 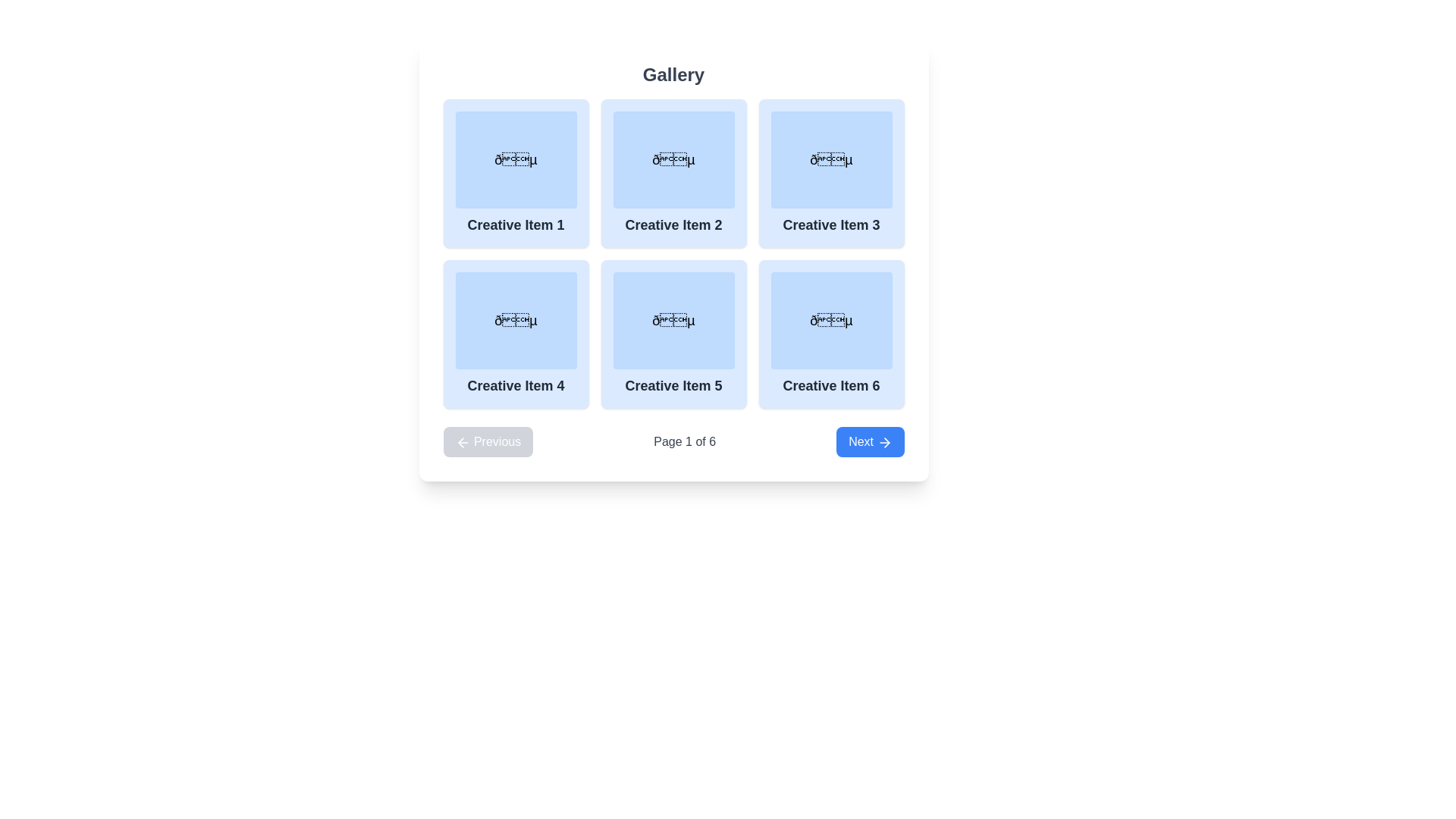 What do you see at coordinates (684, 441) in the screenshot?
I see `text displayed in the pagination area, which indicates the current page and total number of pages, located between the 'Previous' and 'Next' buttons` at bounding box center [684, 441].